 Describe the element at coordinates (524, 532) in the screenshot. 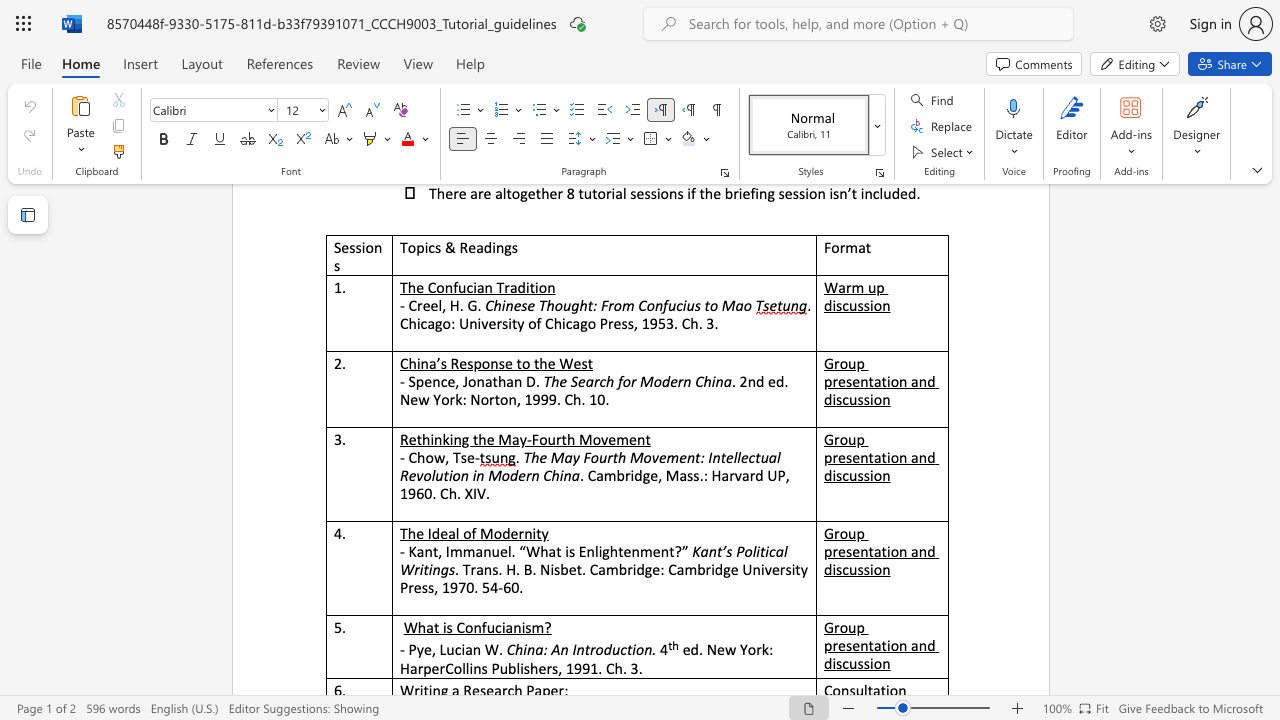

I see `the subset text "ni" within the text "The Ideal of Modernity"` at that location.